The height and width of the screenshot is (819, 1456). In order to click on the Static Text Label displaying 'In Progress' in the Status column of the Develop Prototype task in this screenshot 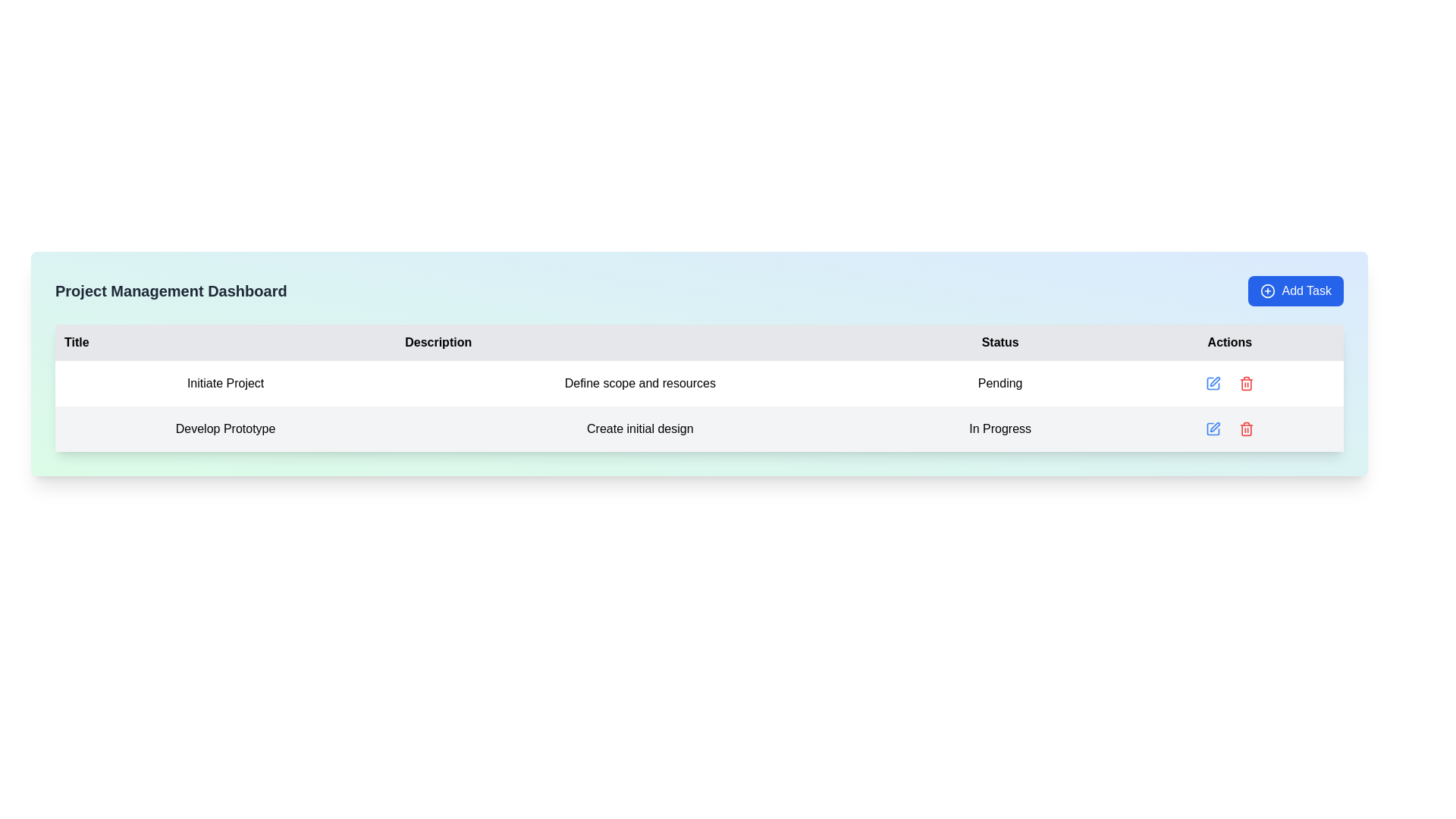, I will do `click(1000, 429)`.